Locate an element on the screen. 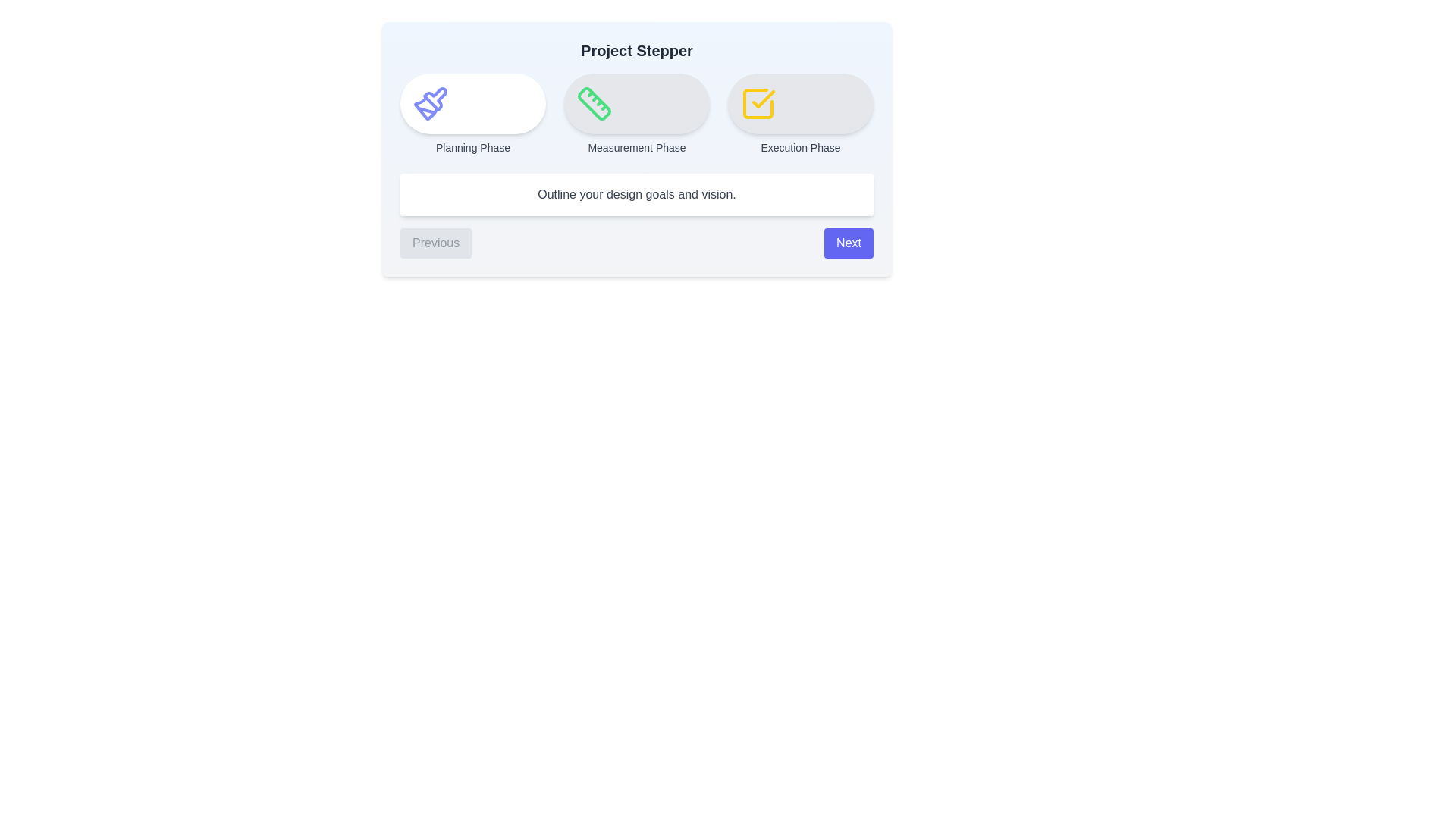 This screenshot has height=819, width=1456. the icon of the current step in the stepper component is located at coordinates (429, 103).